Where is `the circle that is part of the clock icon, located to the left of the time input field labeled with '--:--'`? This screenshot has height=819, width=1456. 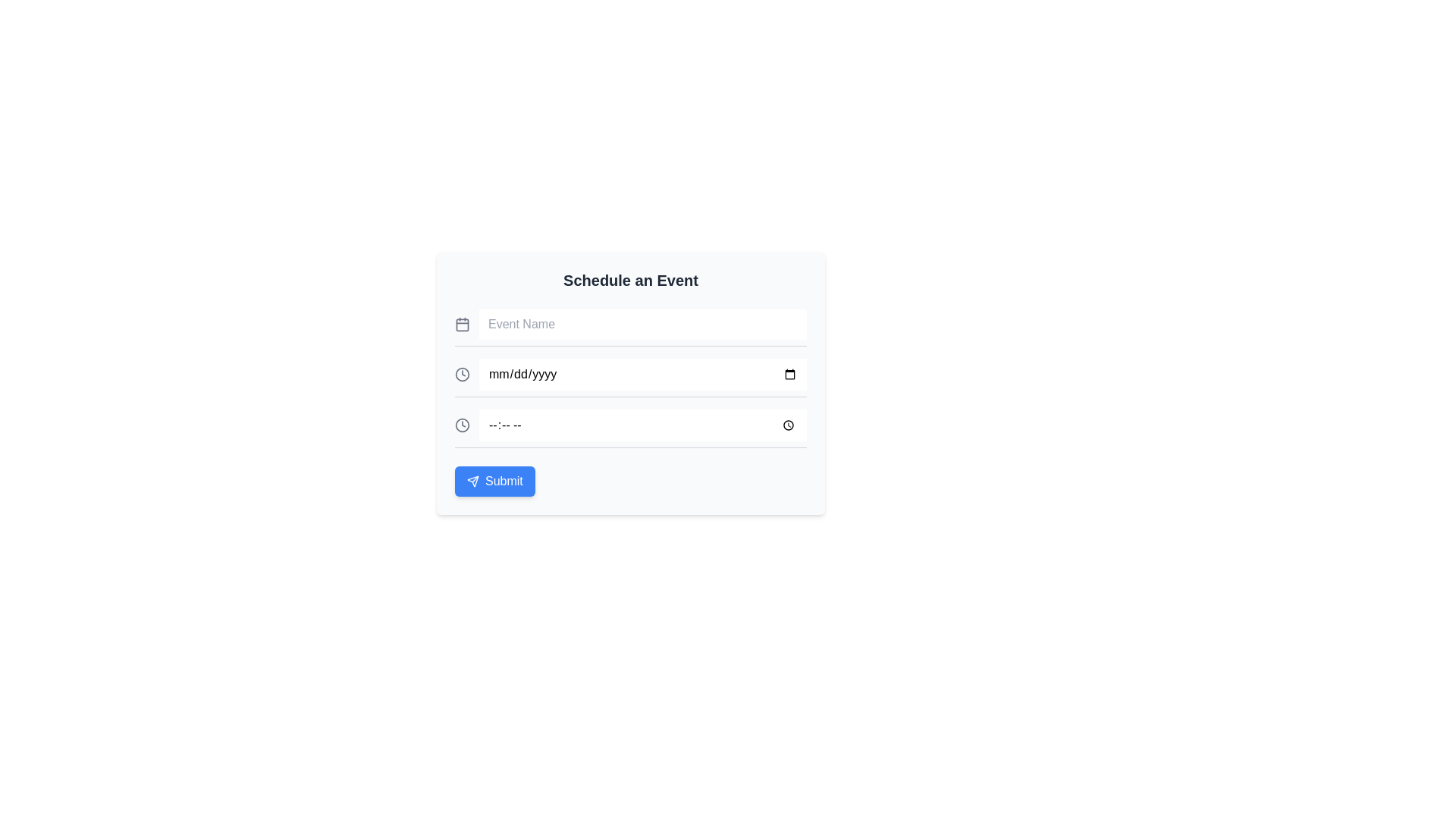 the circle that is part of the clock icon, located to the left of the time input field labeled with '--:--' is located at coordinates (461, 425).